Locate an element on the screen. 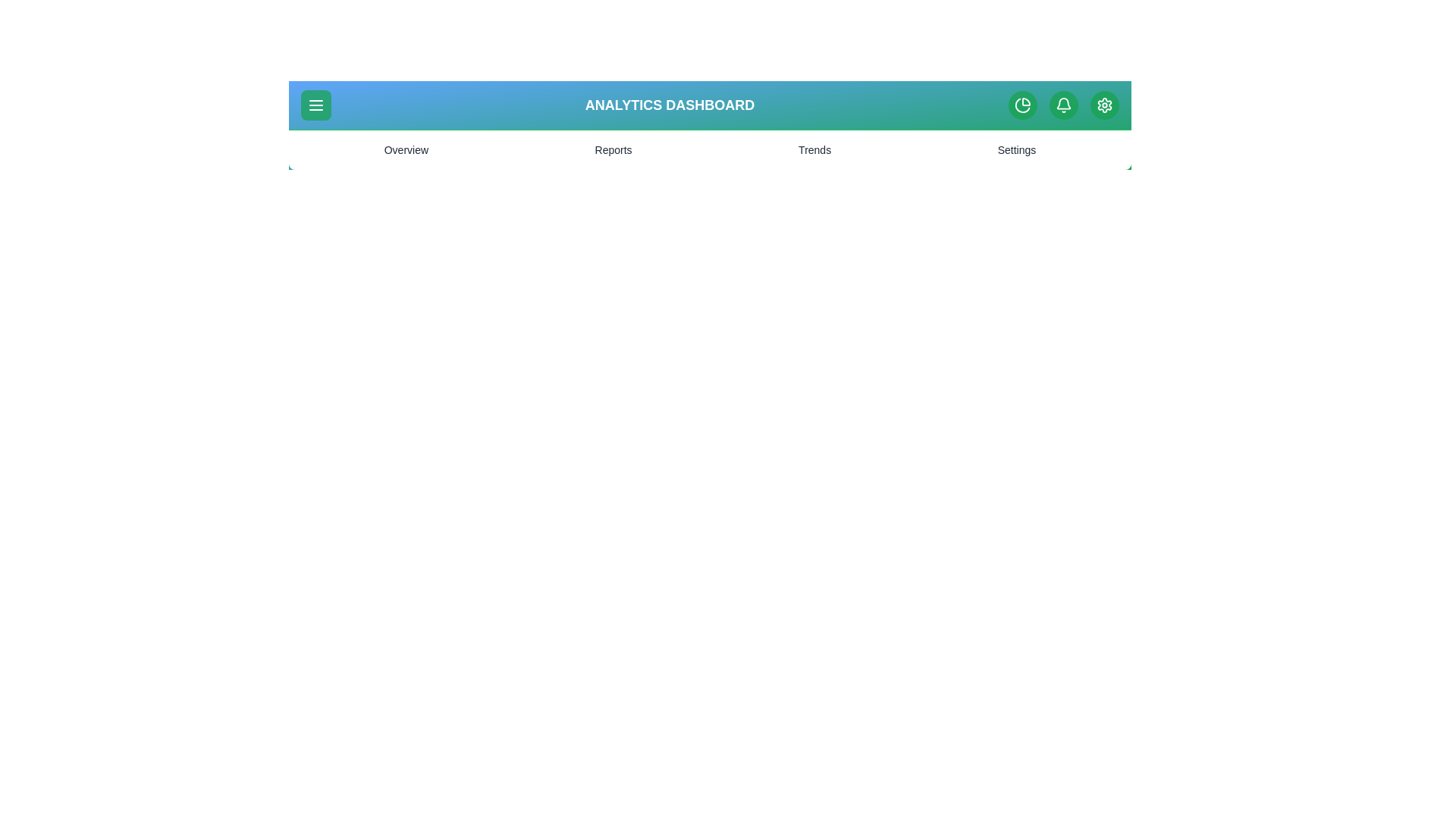 The image size is (1456, 819). the Trends menu item to navigate to the corresponding section is located at coordinates (814, 149).